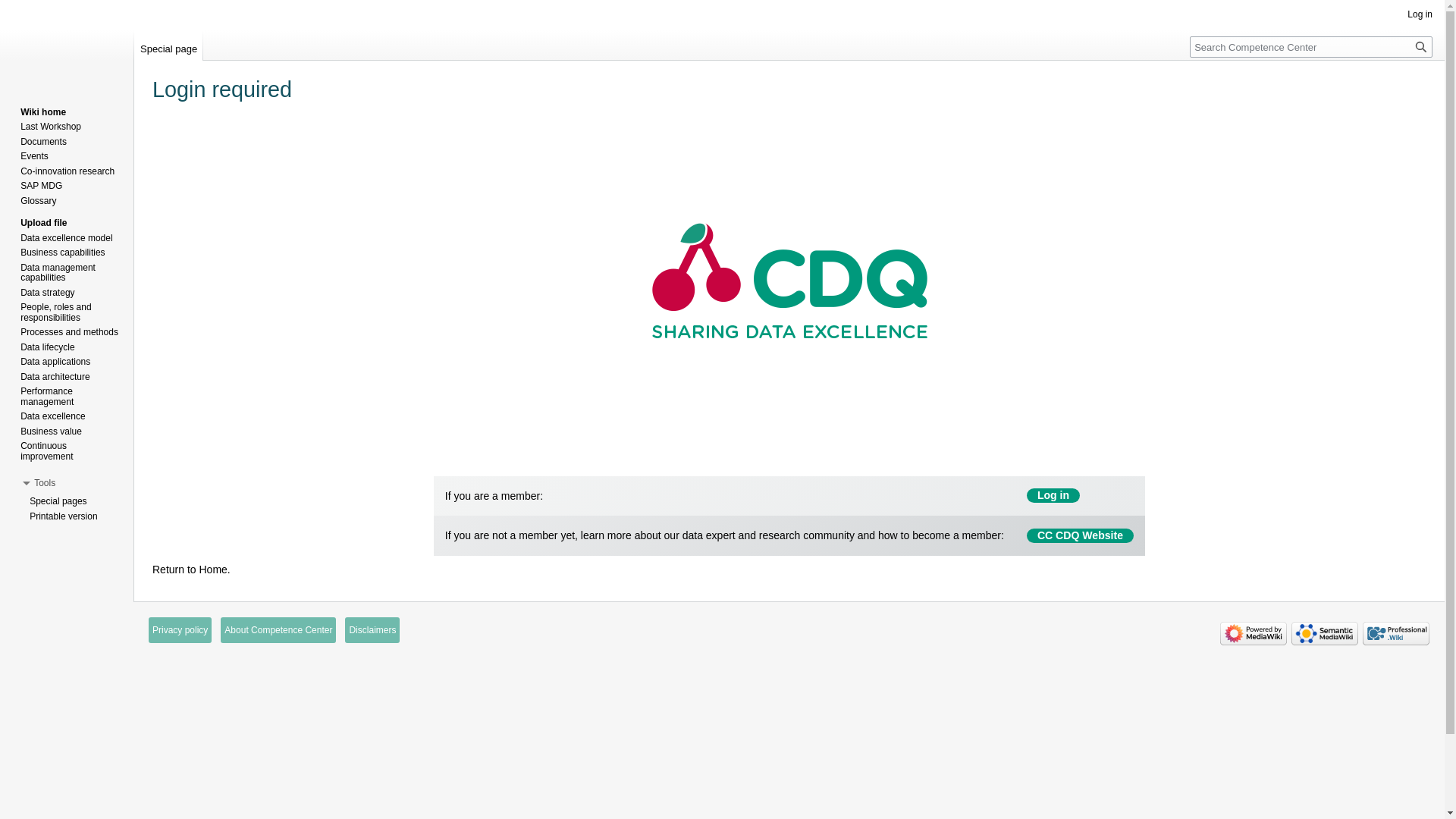 The image size is (1456, 819). Describe the element at coordinates (68, 331) in the screenshot. I see `'Processes and methods'` at that location.